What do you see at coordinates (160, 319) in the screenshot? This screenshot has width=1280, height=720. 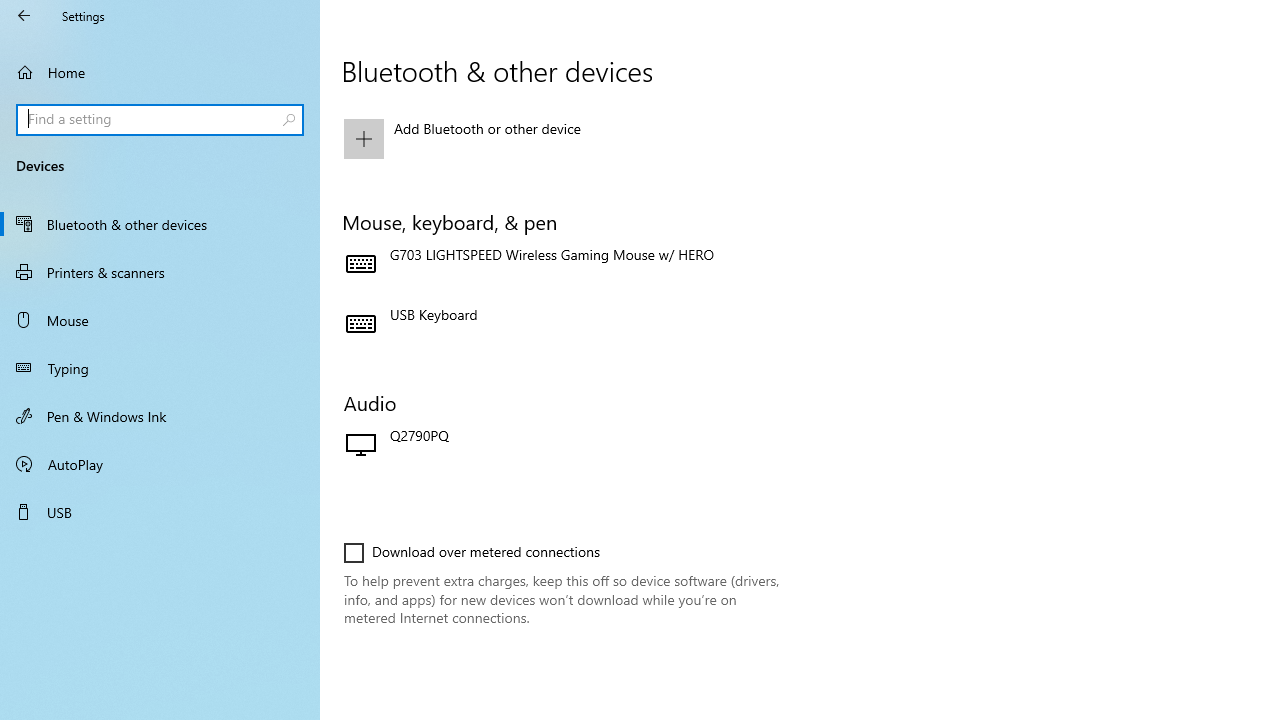 I see `'Mouse'` at bounding box center [160, 319].